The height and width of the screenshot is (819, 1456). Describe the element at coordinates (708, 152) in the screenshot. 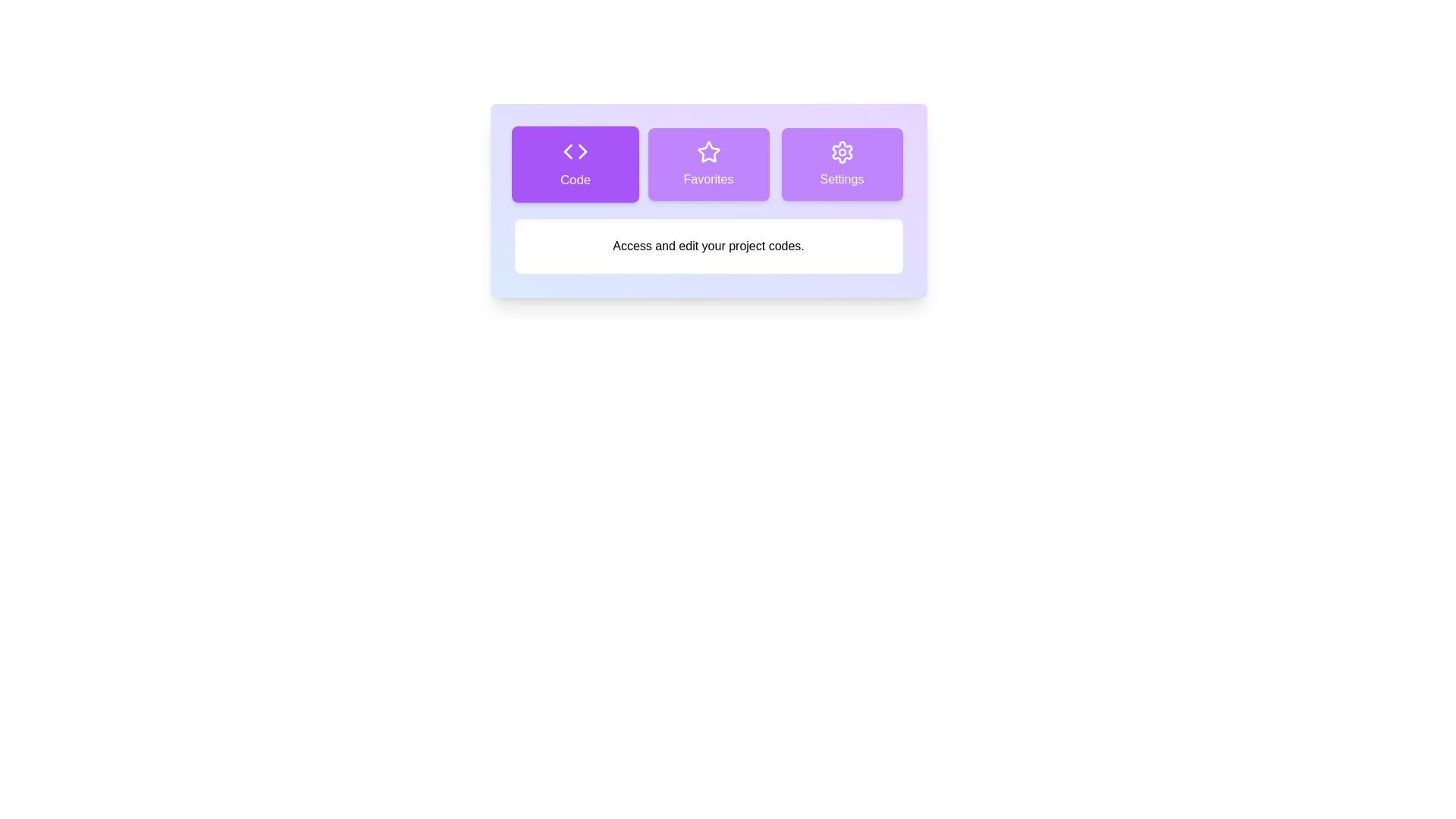

I see `the purple star icon within the second button of the 'Favorites' group` at that location.